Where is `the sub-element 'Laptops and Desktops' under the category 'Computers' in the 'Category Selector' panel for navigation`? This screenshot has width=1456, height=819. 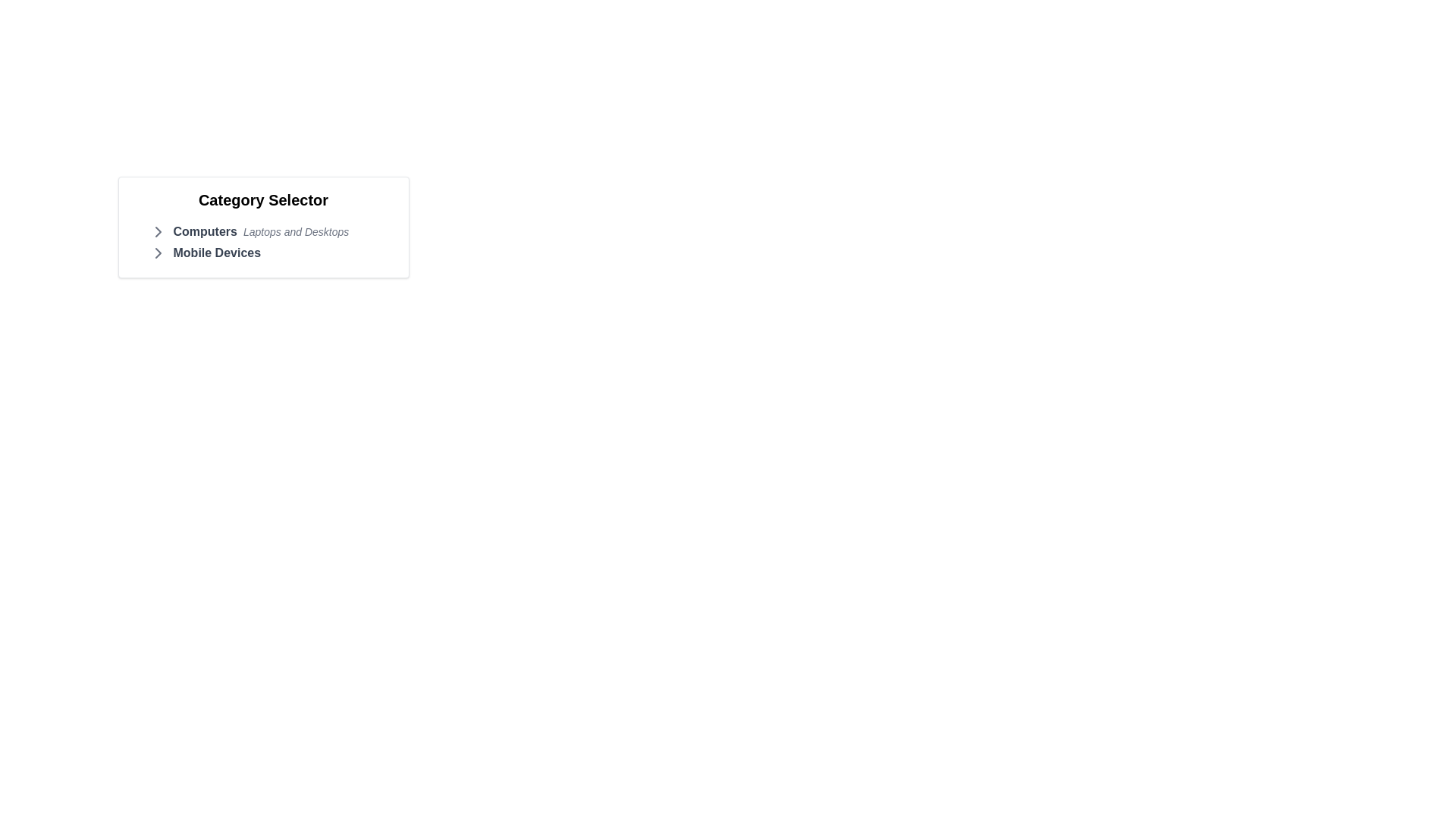 the sub-element 'Laptops and Desktops' under the category 'Computers' in the 'Category Selector' panel for navigation is located at coordinates (263, 242).